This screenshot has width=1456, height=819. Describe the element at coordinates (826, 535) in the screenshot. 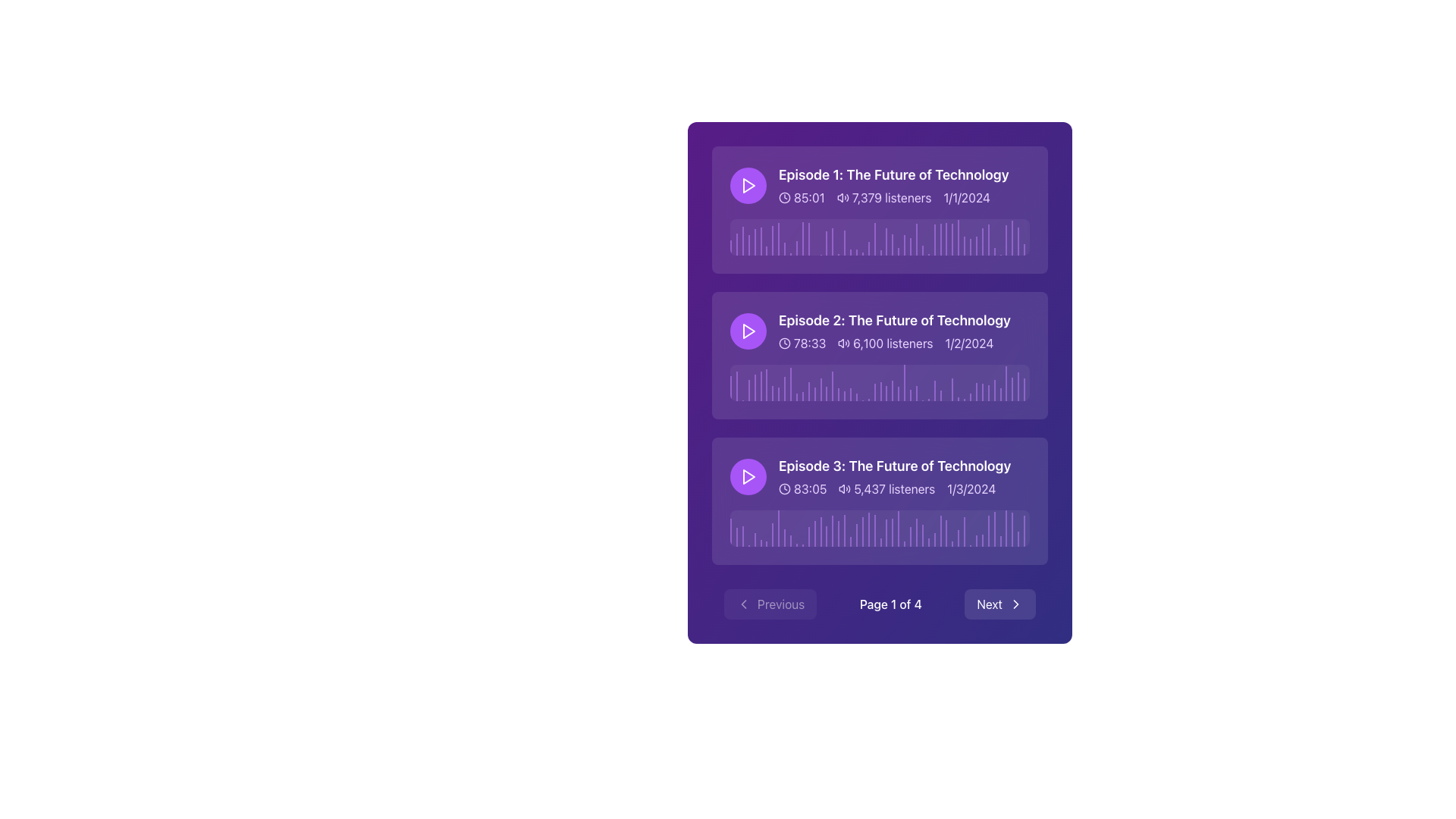

I see `the 17th vertical bar in the waveform representation of the third episode card, which serves as a visual marker for specific moments in the audio` at that location.